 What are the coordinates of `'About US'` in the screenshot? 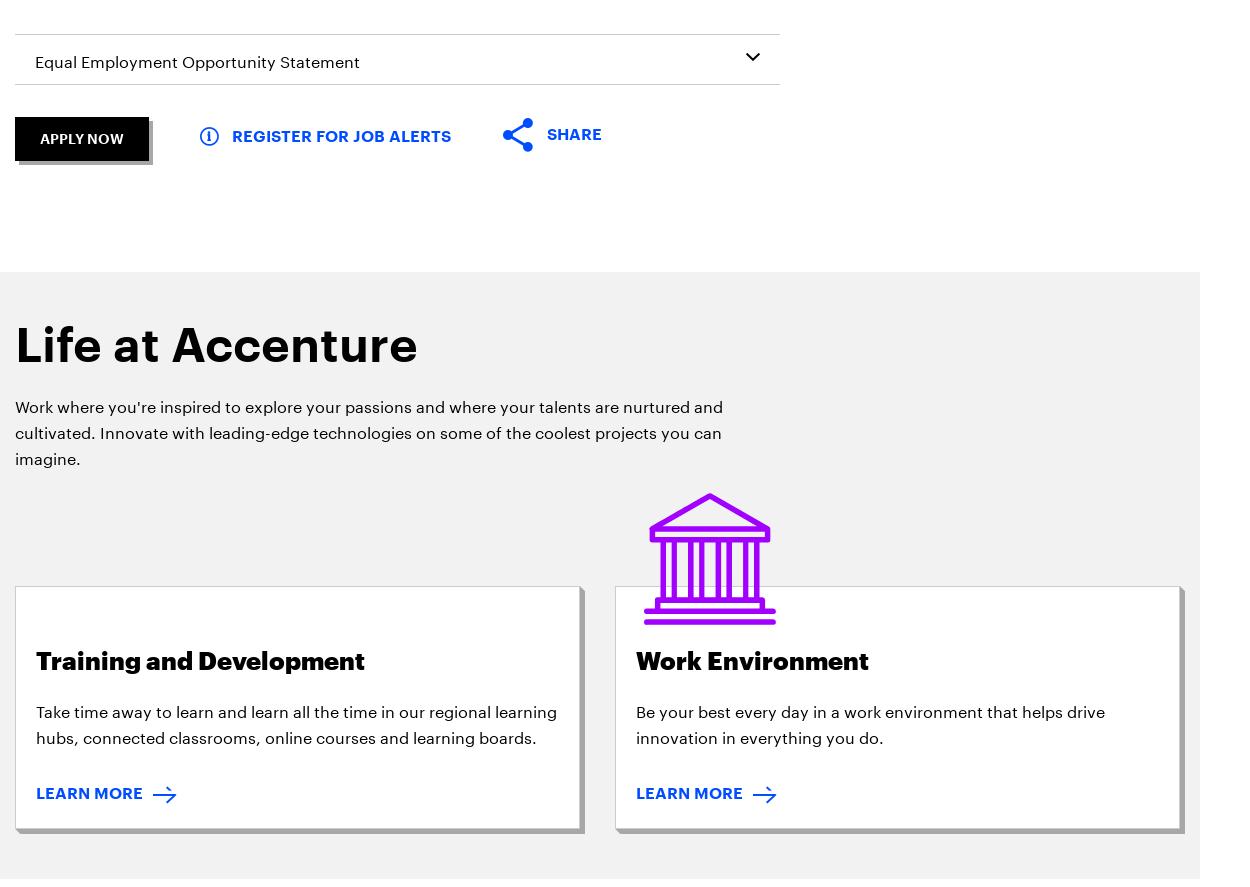 It's located at (161, 294).